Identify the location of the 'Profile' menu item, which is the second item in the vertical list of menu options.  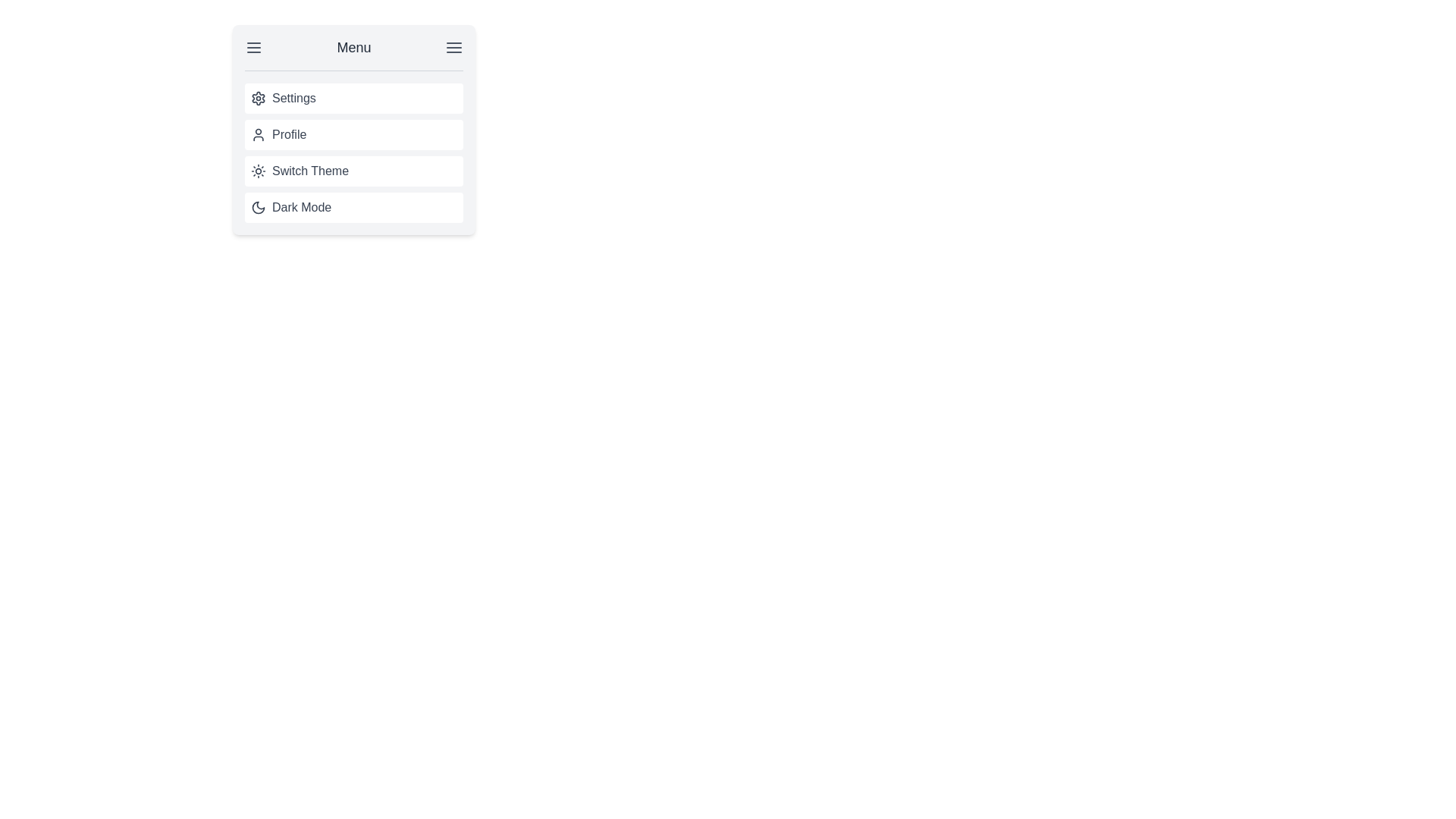
(353, 133).